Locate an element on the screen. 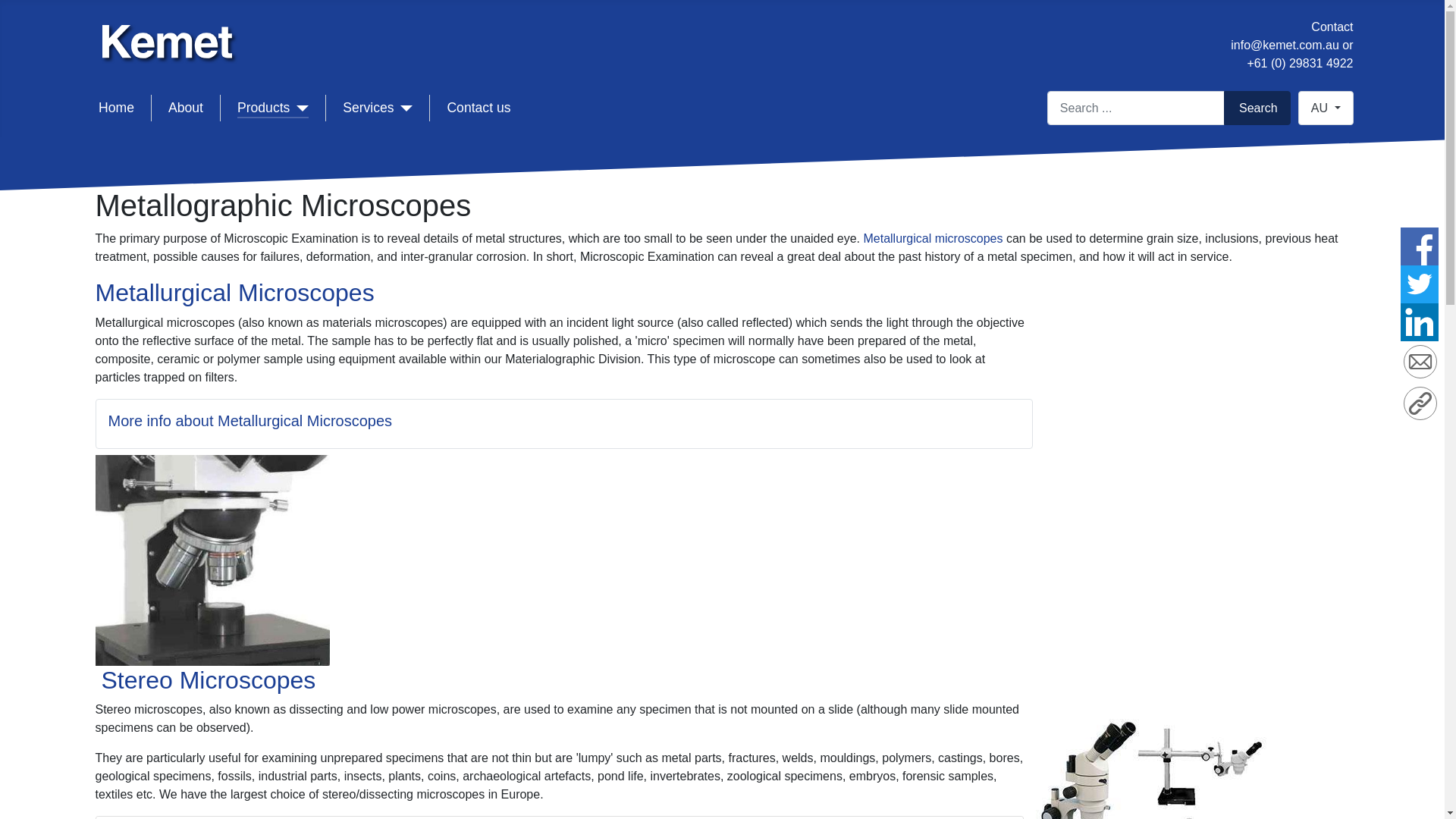 The height and width of the screenshot is (819, 1456). 'Contact' is located at coordinates (1331, 27).